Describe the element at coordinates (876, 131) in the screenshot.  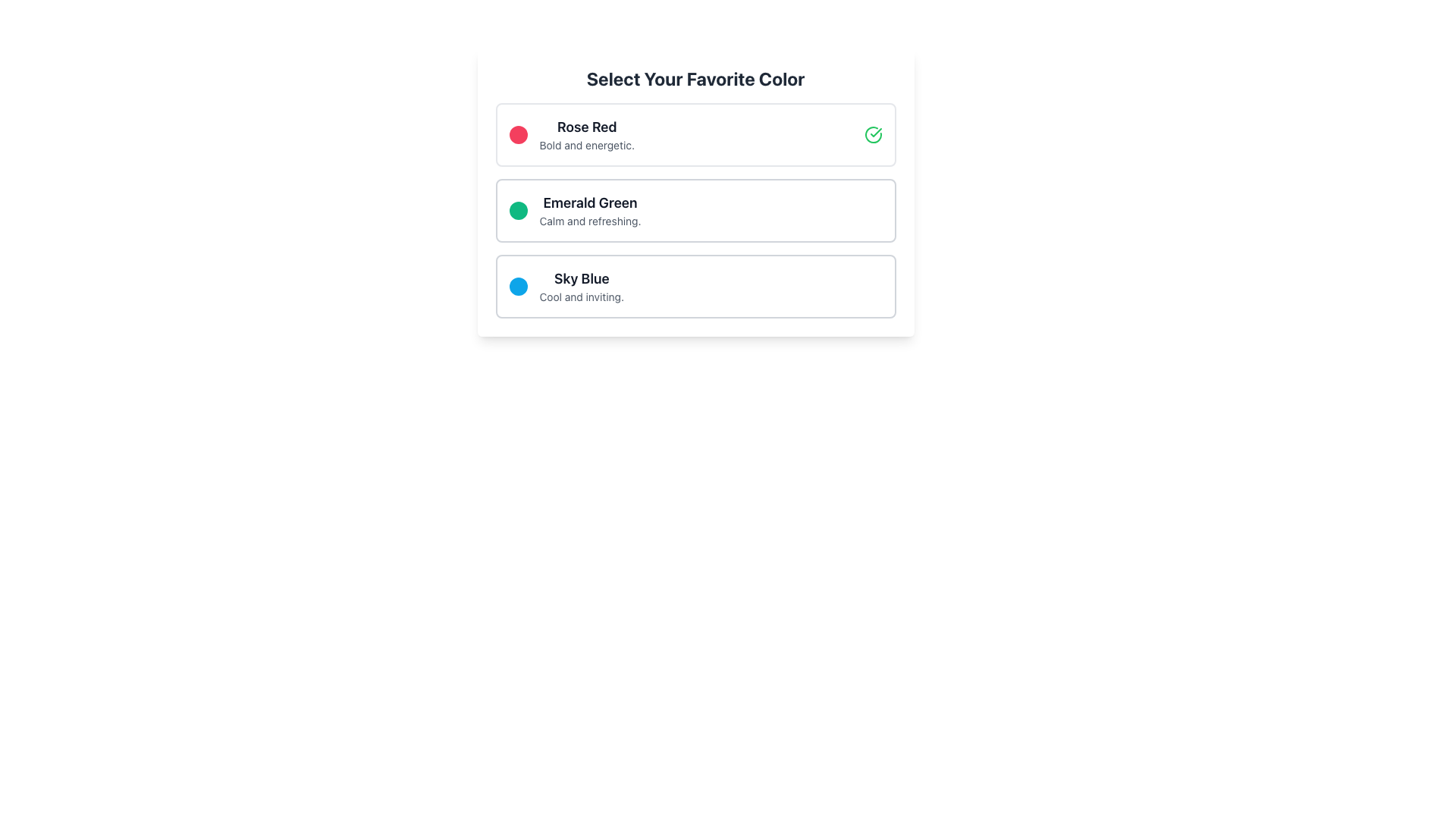
I see `the enclosing SVG group of the checkmark icon, which is styled with a green stroke and located next to the text 'Rose Red' in the selection card layout` at that location.